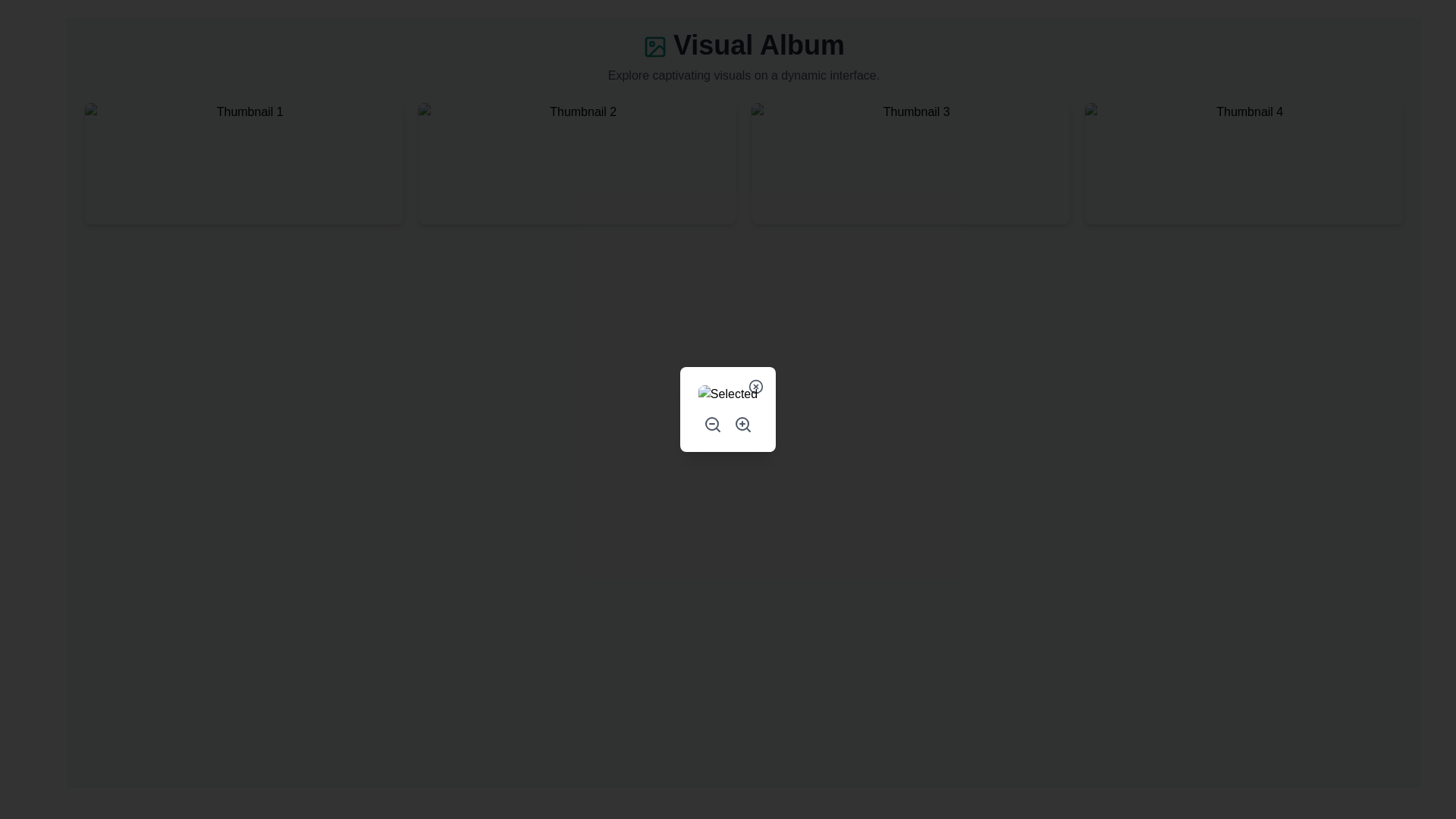 The height and width of the screenshot is (819, 1456). Describe the element at coordinates (743, 57) in the screenshot. I see `main heading text located at the top of the interface, which describes the content theme and is positioned above a grid of thumbnails` at that location.